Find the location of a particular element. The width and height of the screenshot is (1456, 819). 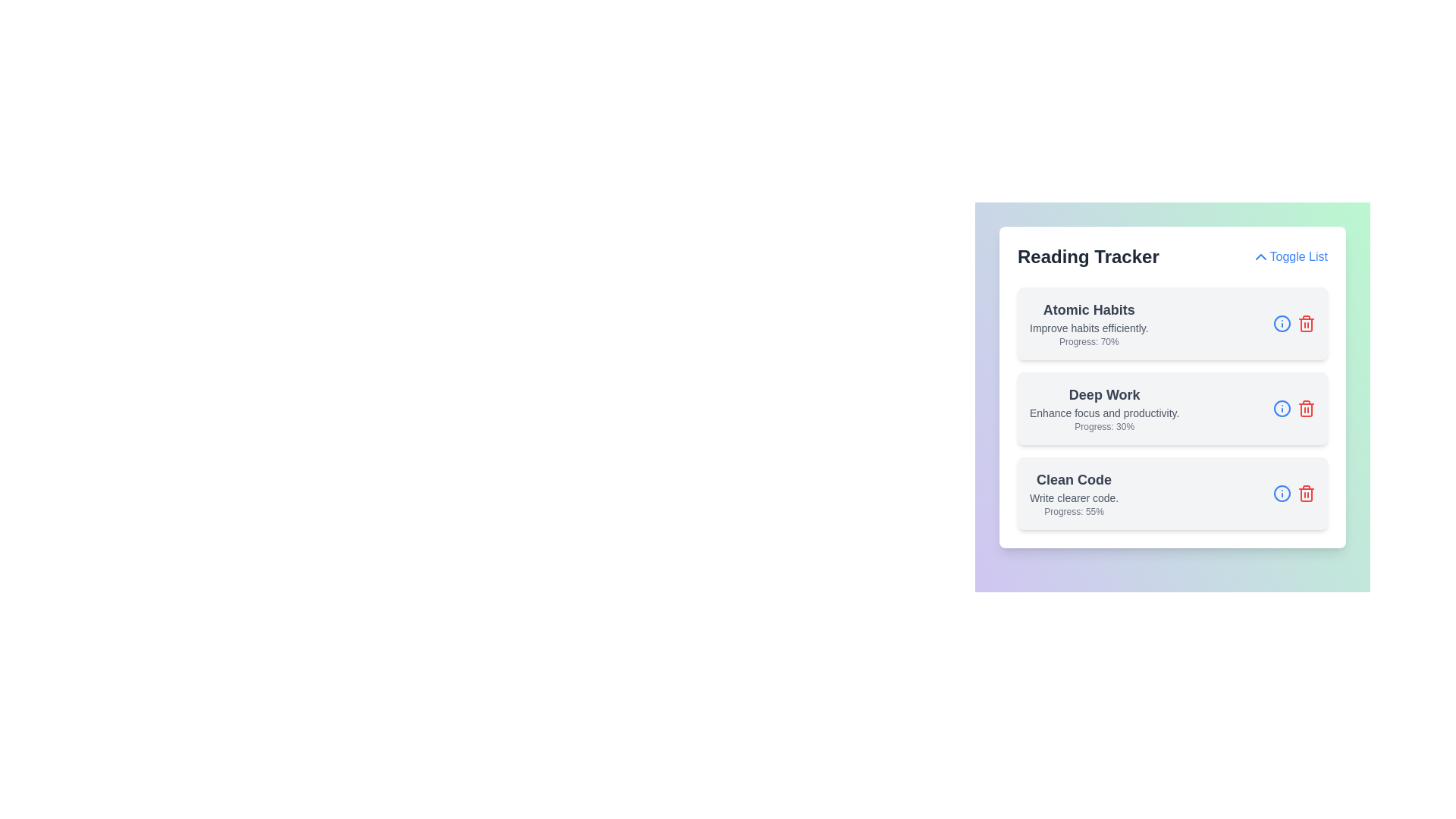

the delete button located on the right side of the 'Clean Code' card in the 'Reading Tracker' list is located at coordinates (1306, 494).